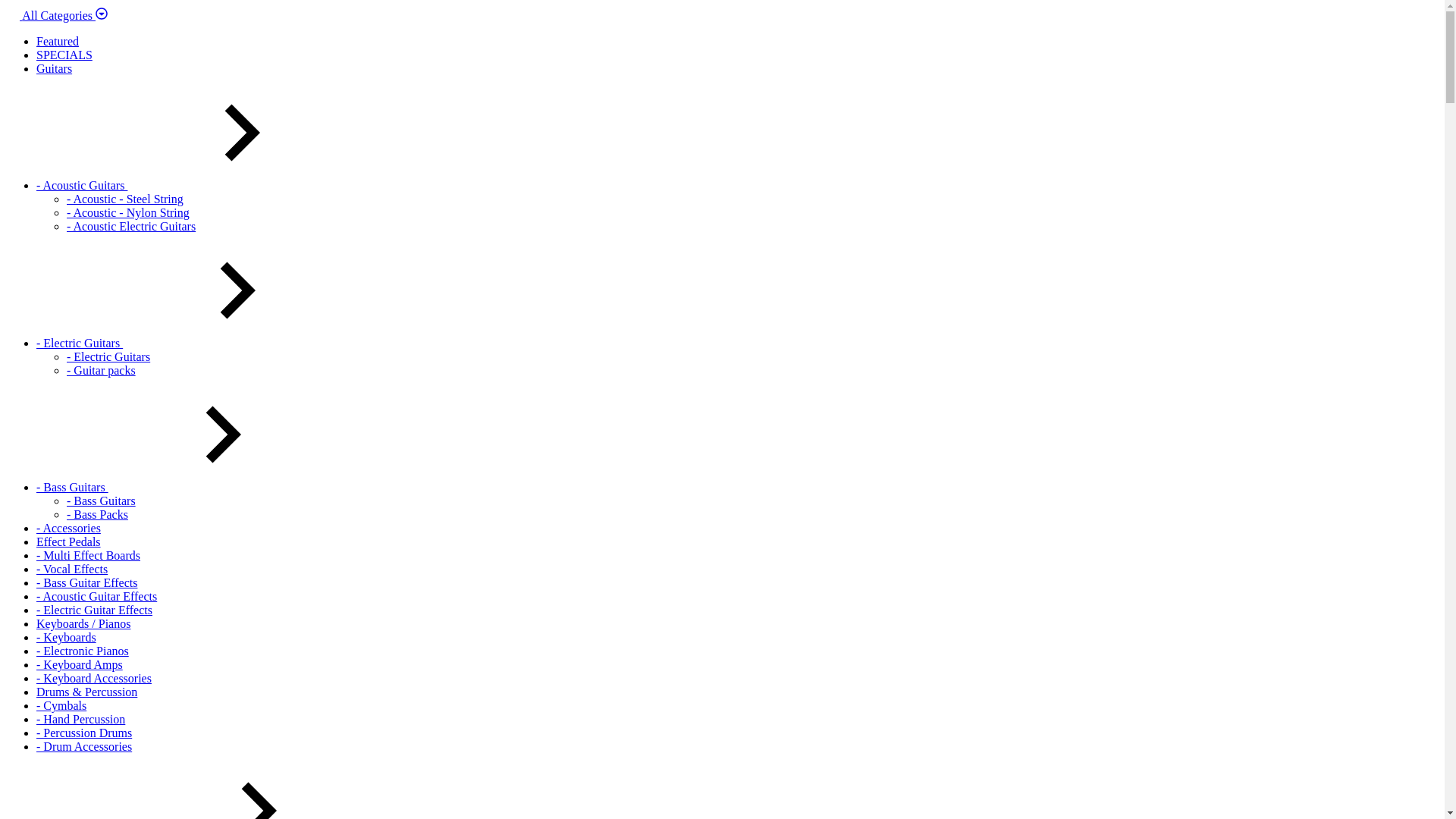 This screenshot has width=1456, height=819. Describe the element at coordinates (96, 513) in the screenshot. I see `'- Bass Packs'` at that location.